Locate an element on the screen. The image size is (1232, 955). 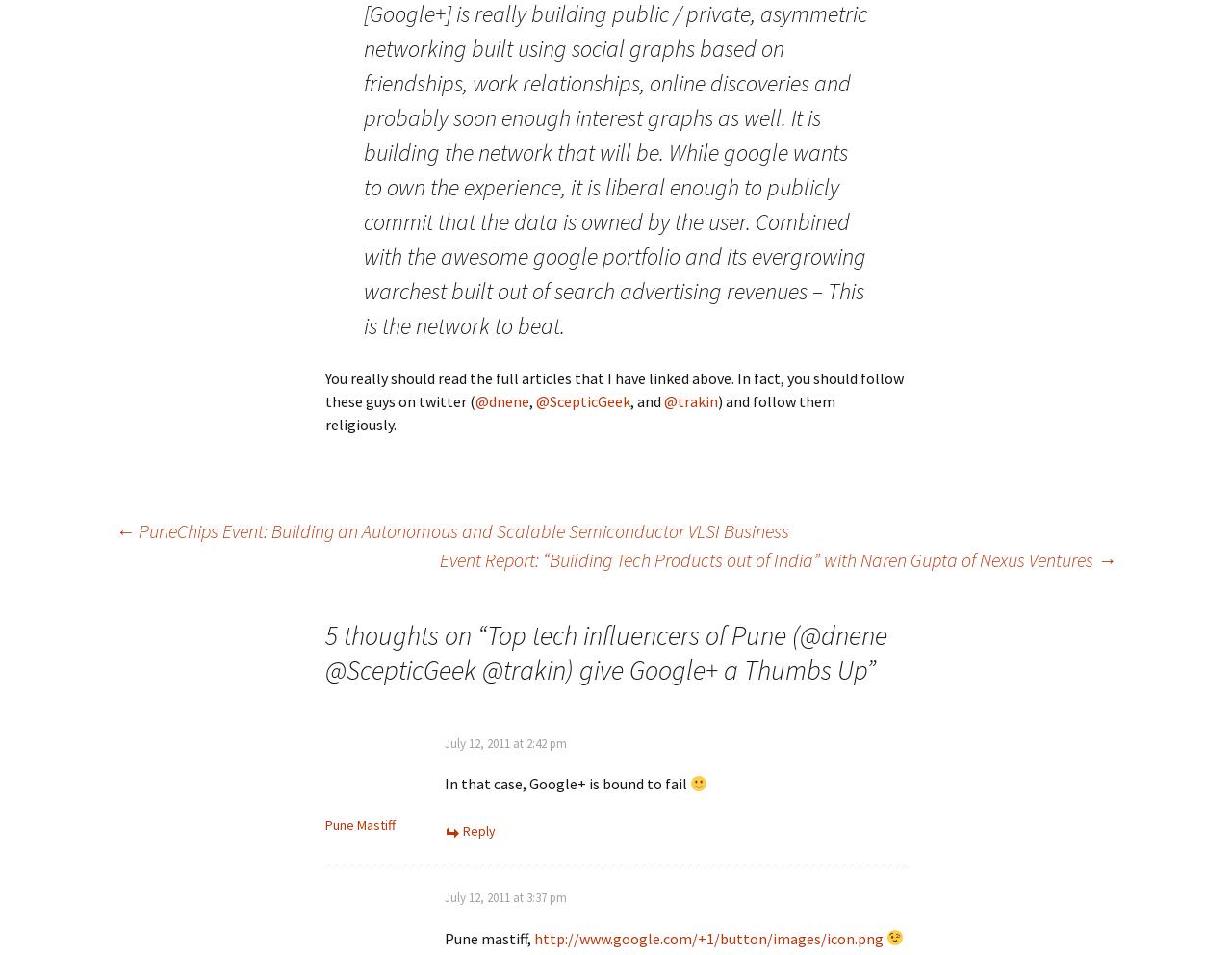
'Reply' is located at coordinates (479, 830).